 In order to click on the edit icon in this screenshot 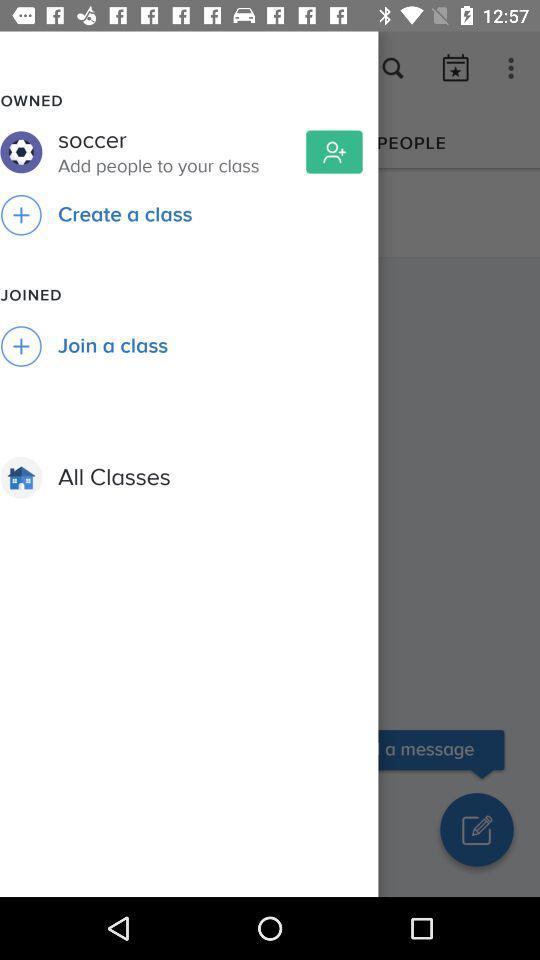, I will do `click(475, 829)`.